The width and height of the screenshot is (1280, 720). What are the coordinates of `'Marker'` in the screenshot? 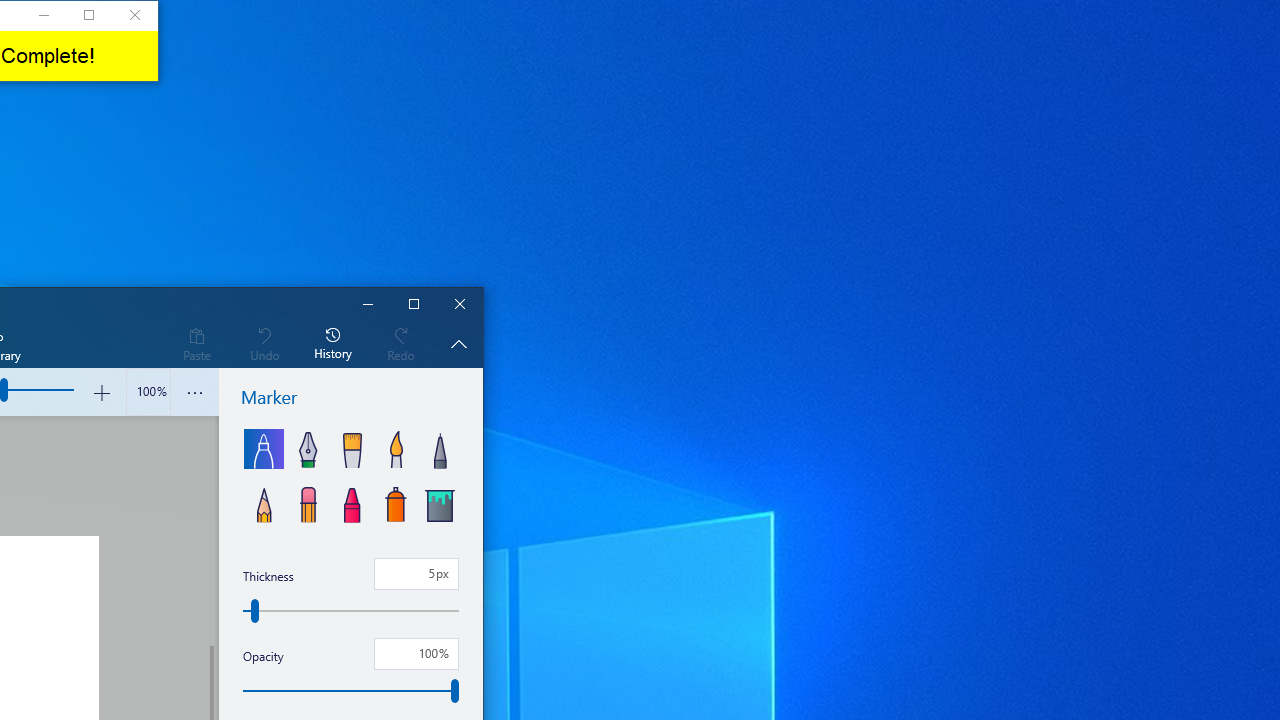 It's located at (263, 447).